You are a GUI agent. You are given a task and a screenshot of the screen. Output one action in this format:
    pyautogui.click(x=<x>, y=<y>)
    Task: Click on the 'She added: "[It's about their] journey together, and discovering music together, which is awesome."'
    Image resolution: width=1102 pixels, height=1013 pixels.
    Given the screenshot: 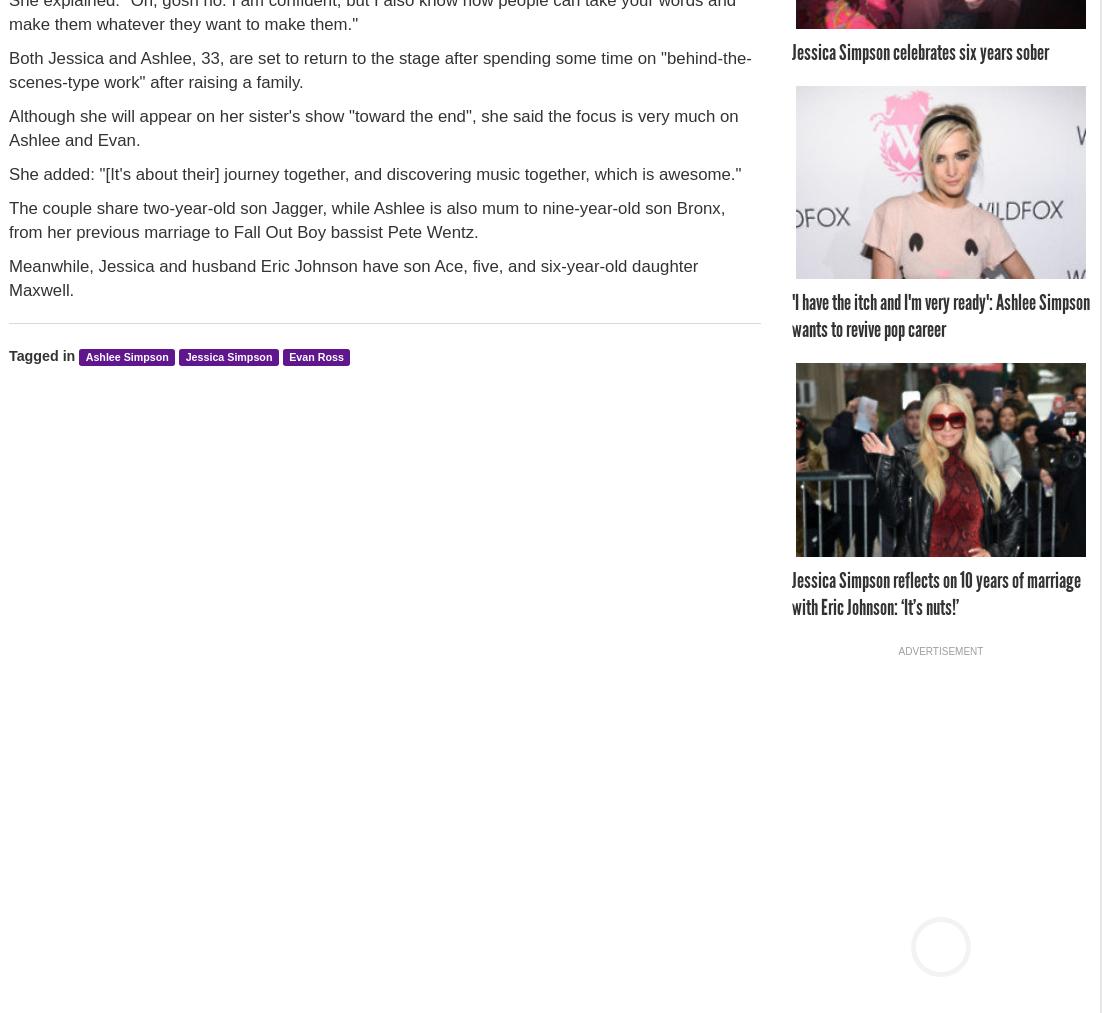 What is the action you would take?
    pyautogui.click(x=374, y=173)
    